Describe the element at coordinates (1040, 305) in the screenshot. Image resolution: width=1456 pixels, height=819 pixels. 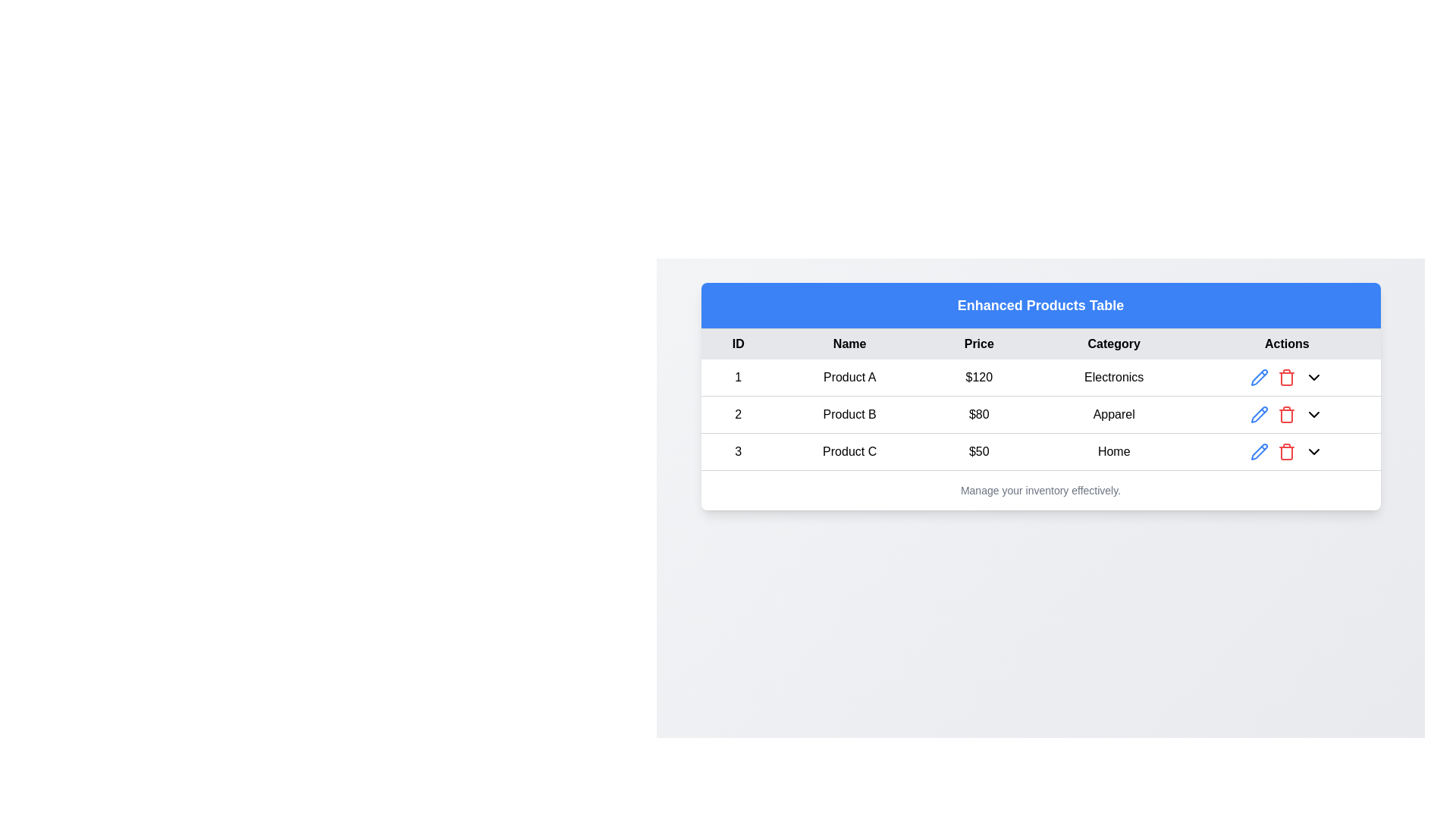
I see `the header text label located in the central part of the blue bar at the top of the table, which serves as a descriptor for the table content` at that location.